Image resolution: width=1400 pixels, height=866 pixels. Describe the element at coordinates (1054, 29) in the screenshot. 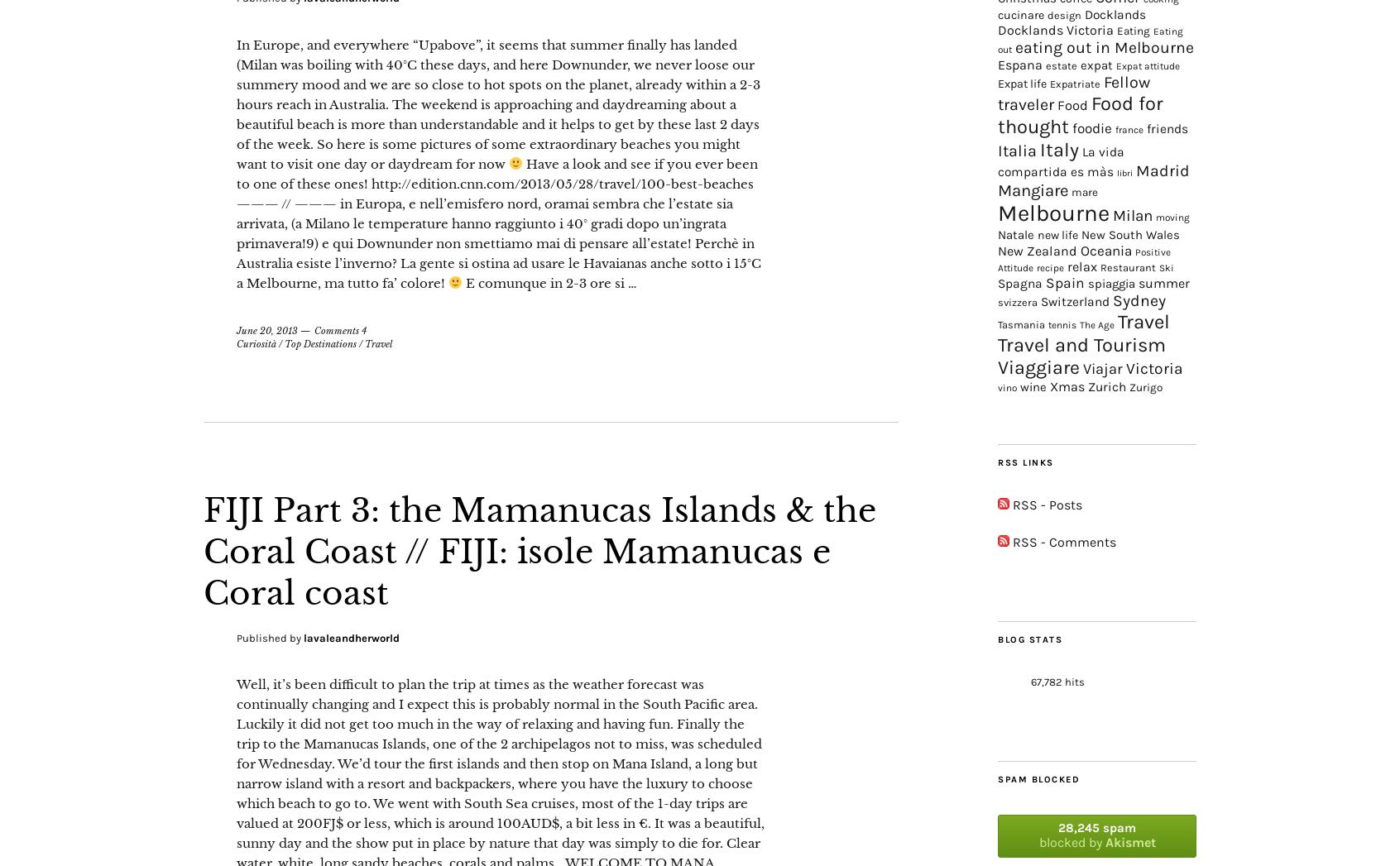

I see `'Docklands Victoria'` at that location.